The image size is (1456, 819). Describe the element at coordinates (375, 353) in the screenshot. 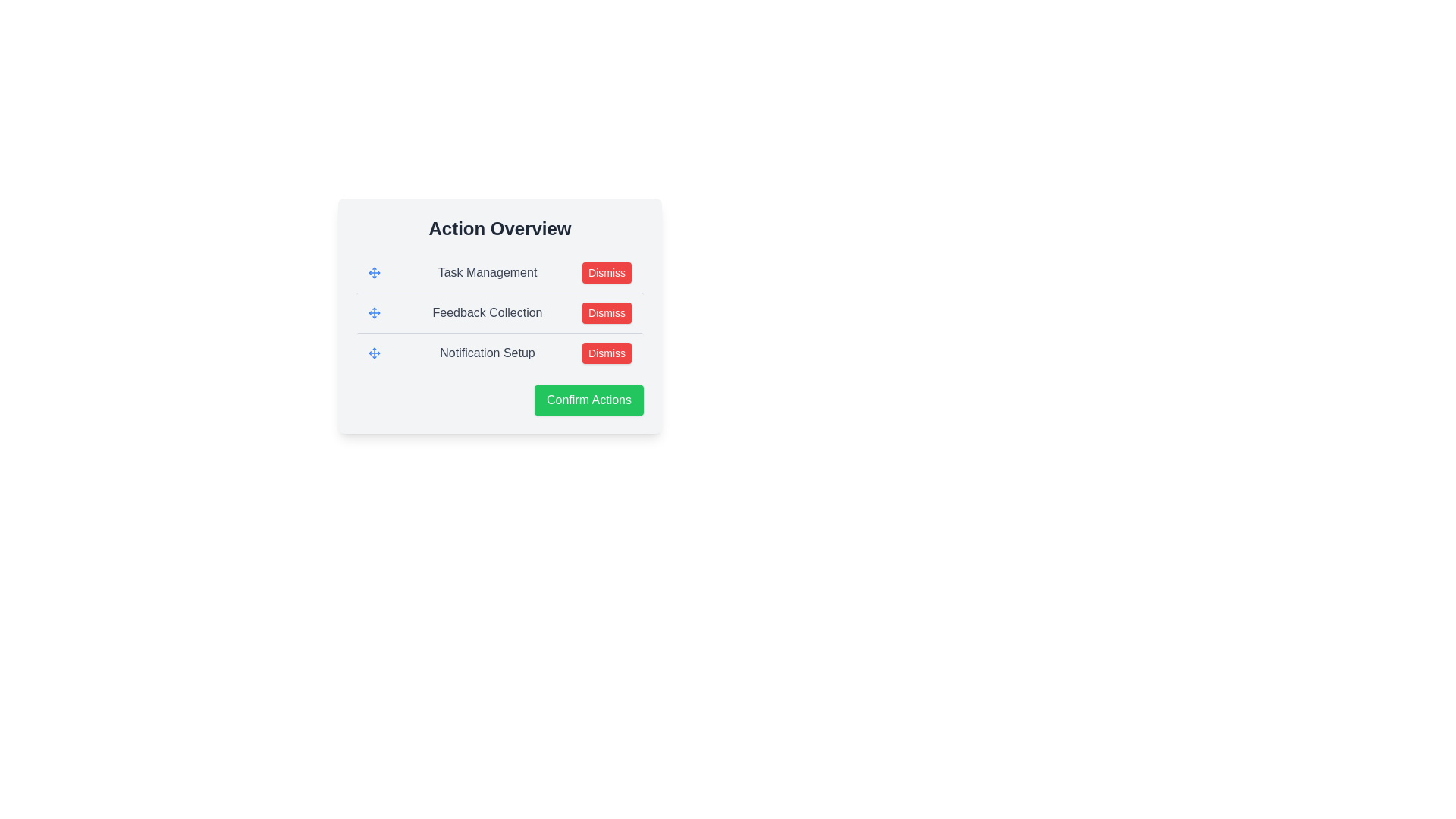

I see `the blue four-arrow movement icon located to the left of the 'Notification Setup' text to trigger further UI effects` at that location.